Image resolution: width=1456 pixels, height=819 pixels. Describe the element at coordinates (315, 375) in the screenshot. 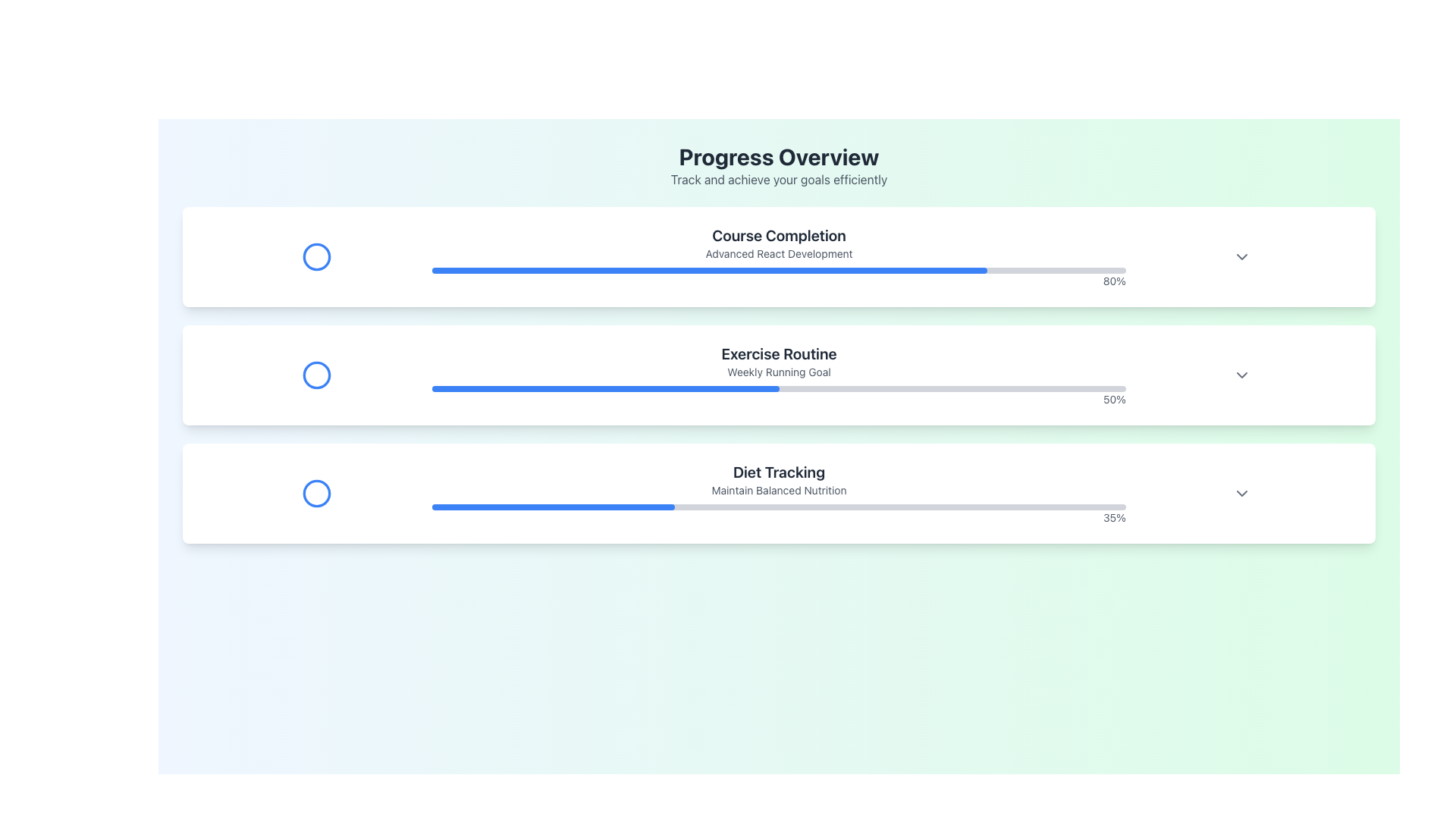

I see `the circular visual button or indicator associated with the progress tracker located in the second item of the vertical list` at that location.